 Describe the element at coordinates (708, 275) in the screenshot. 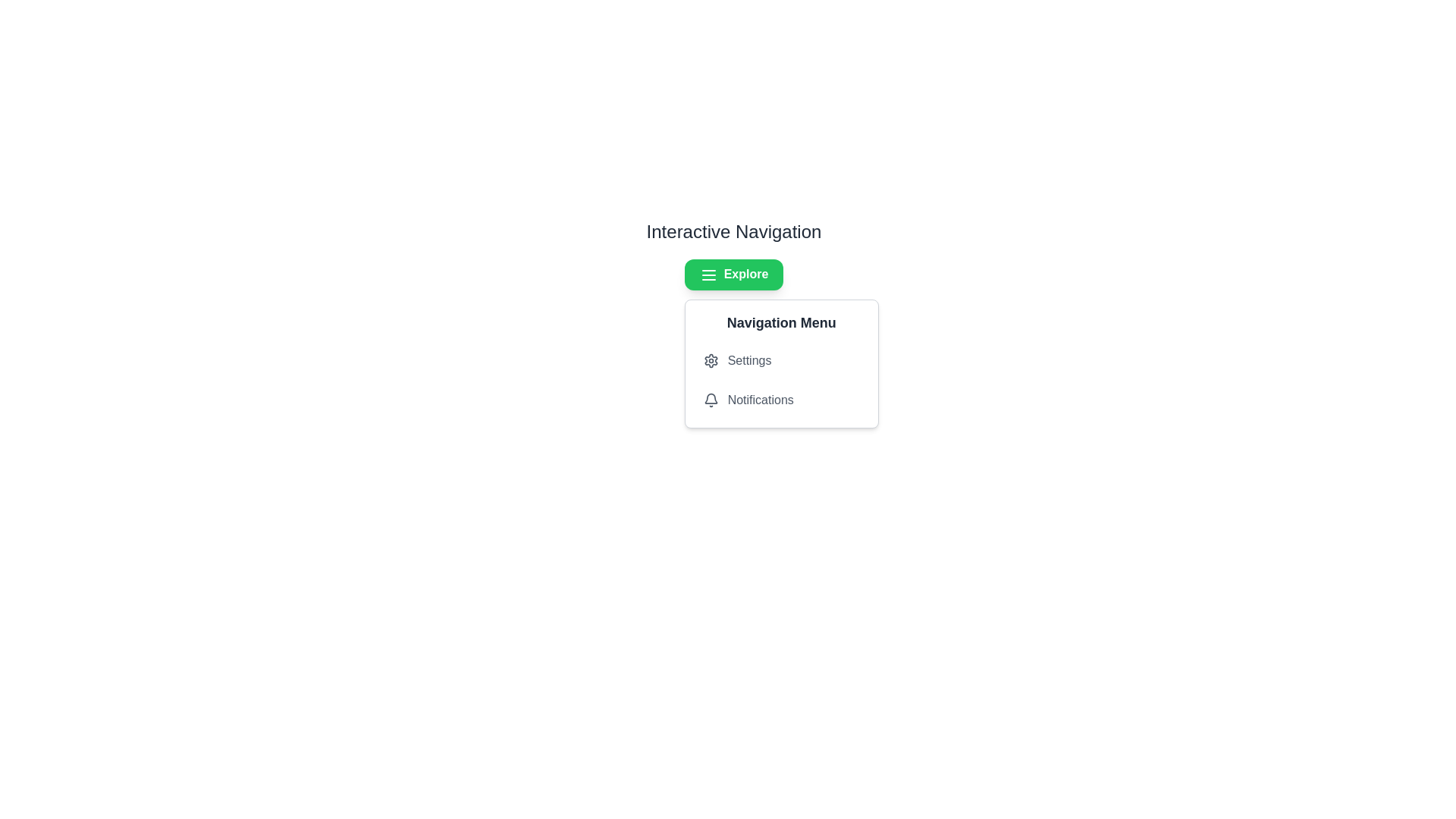

I see `the hamburger menu icon located within the green 'Explore' button at the center-top area of the page` at that location.